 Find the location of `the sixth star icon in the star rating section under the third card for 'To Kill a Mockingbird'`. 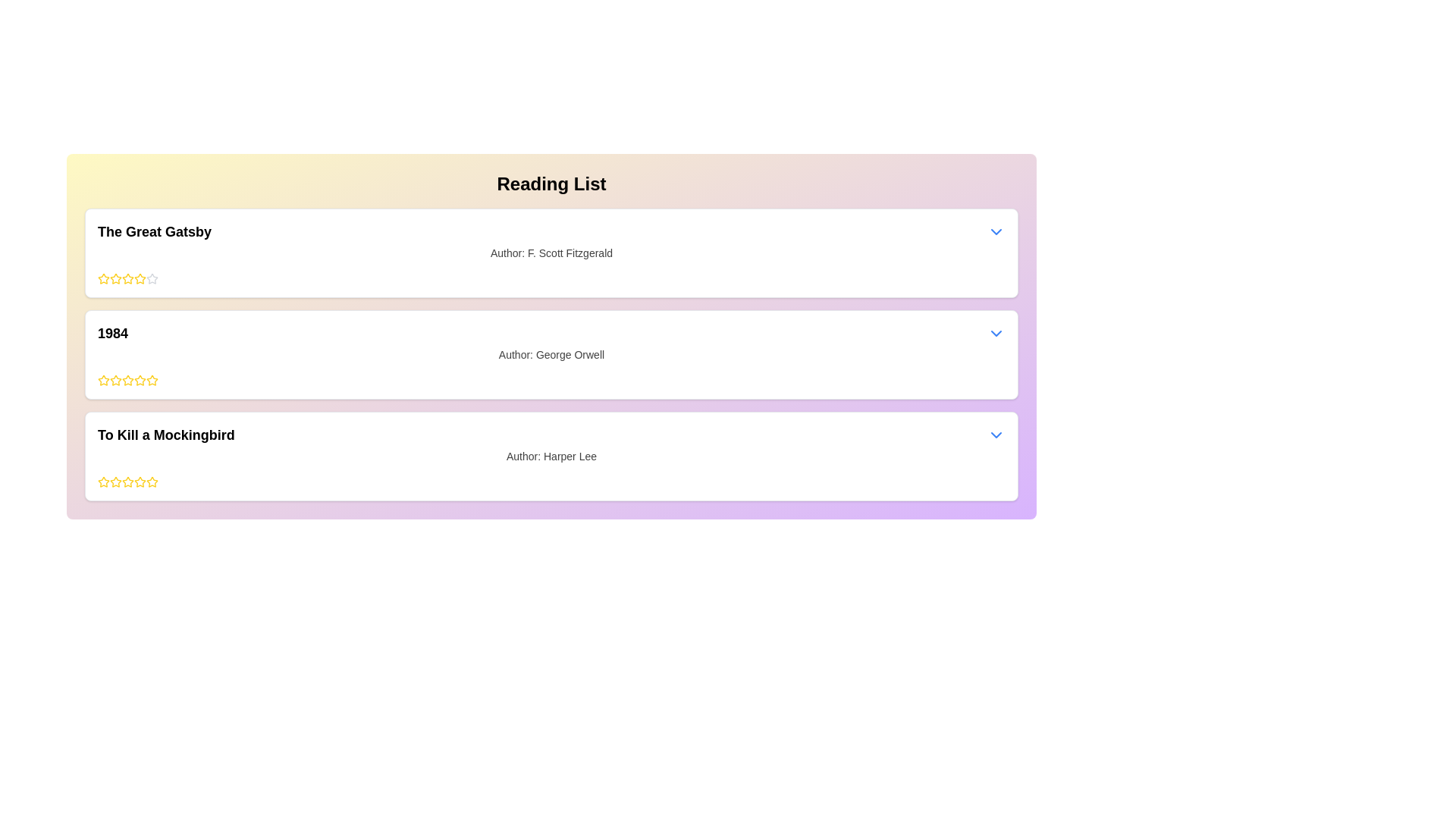

the sixth star icon in the star rating section under the third card for 'To Kill a Mockingbird' is located at coordinates (140, 482).